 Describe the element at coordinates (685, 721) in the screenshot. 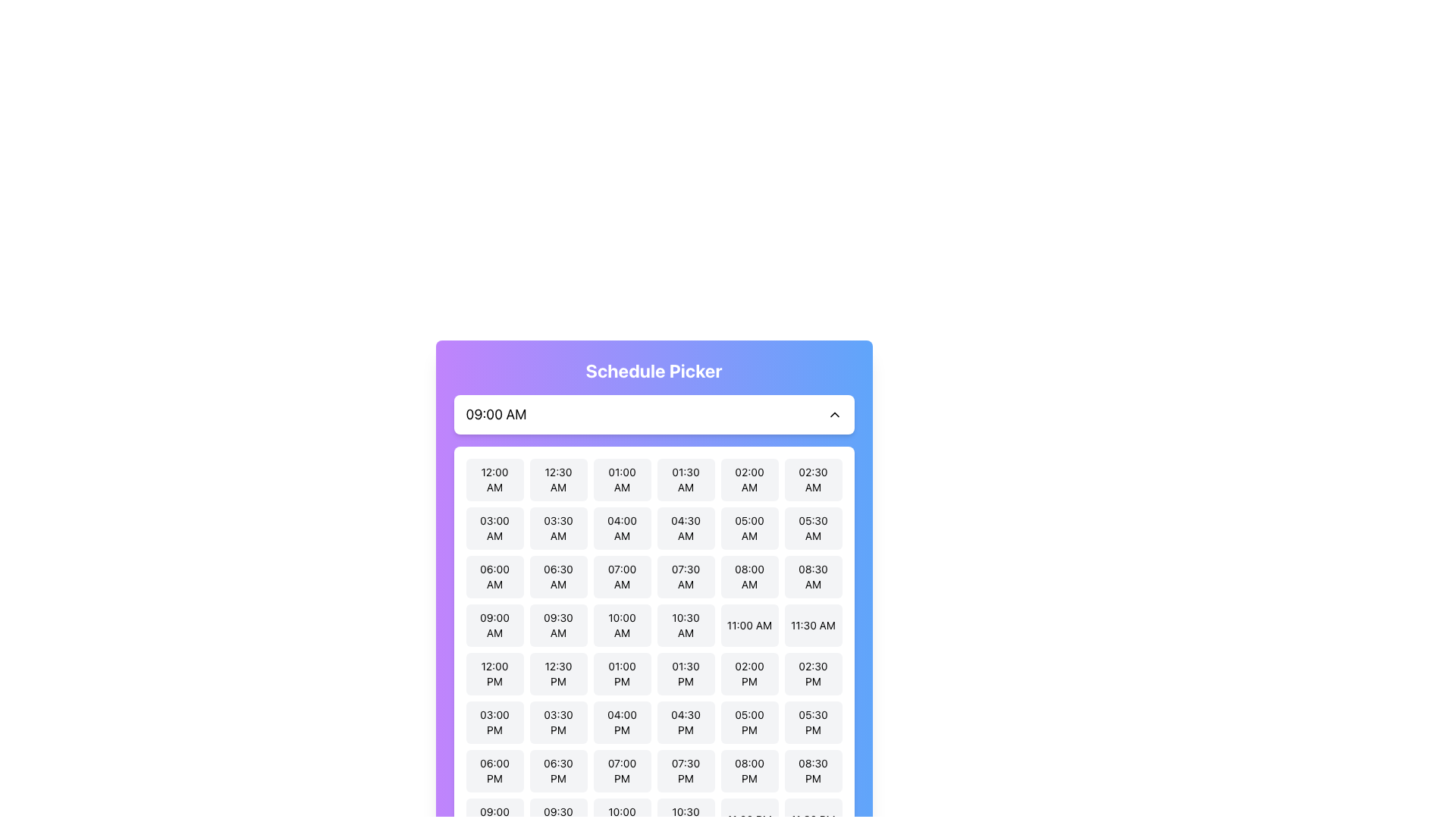

I see `the button displaying '04:30 PM' located in the sixth row and fourth column of the 'Schedule Picker'` at that location.